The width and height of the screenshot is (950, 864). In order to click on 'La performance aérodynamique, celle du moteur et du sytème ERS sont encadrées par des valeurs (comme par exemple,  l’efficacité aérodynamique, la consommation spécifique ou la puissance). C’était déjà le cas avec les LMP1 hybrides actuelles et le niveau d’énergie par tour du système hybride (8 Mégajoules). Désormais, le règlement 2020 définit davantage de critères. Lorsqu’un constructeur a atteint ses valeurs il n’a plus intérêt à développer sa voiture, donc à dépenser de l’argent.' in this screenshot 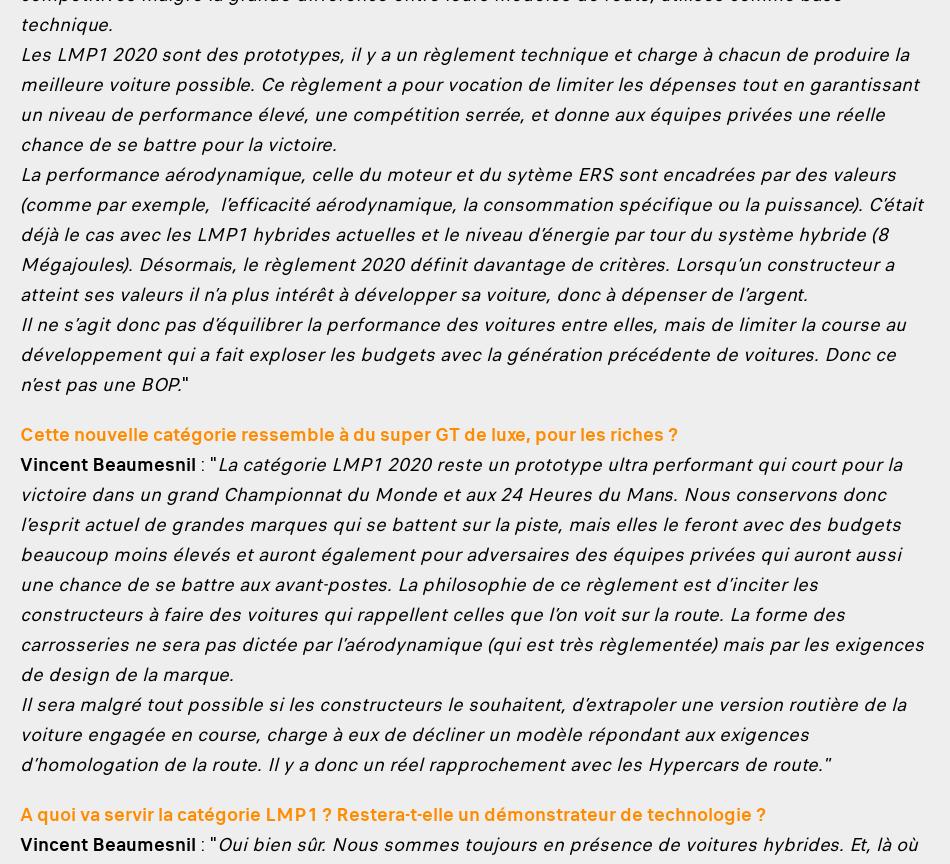, I will do `click(470, 234)`.